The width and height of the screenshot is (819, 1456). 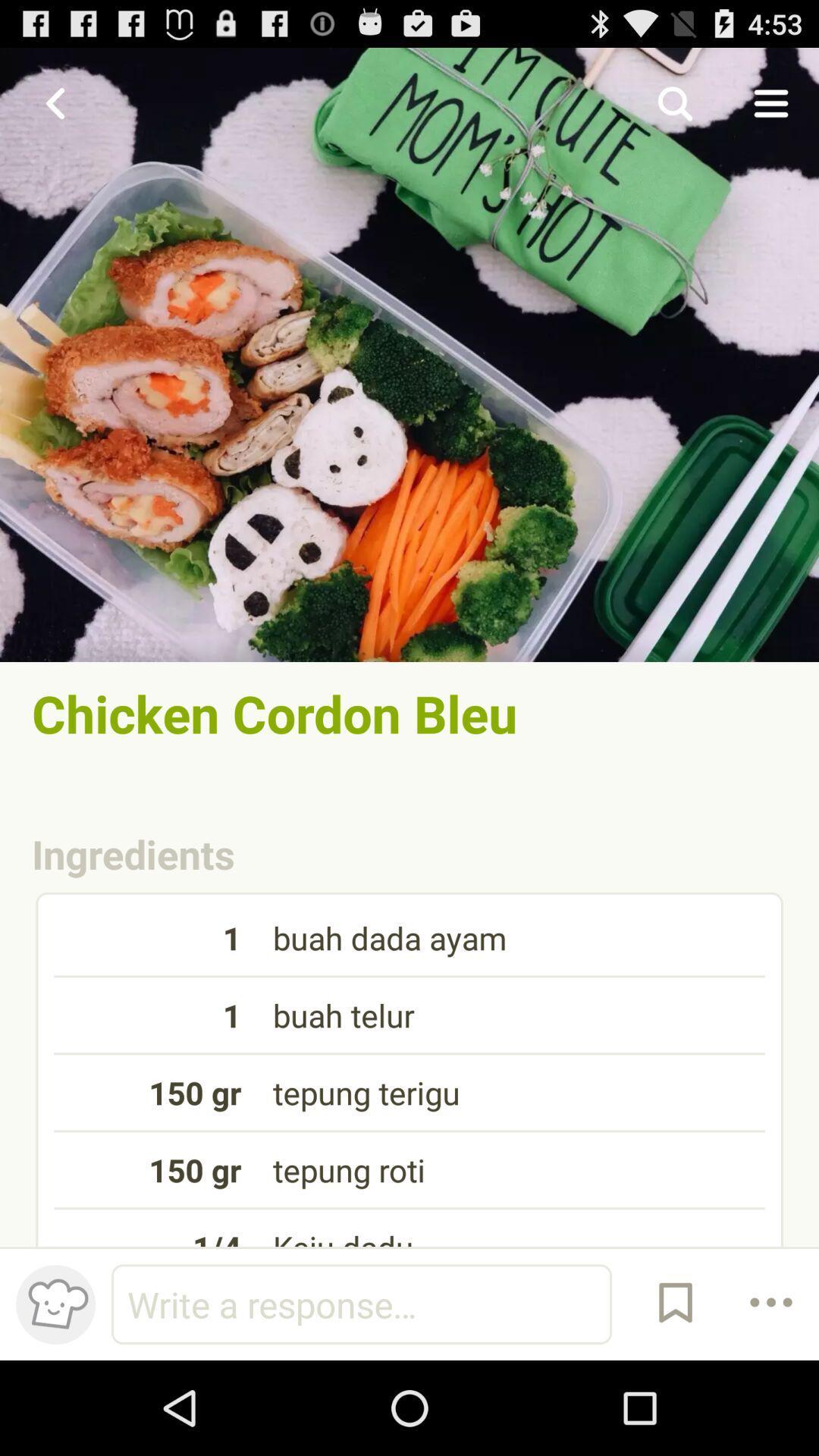 I want to click on the more icon, so click(x=771, y=1395).